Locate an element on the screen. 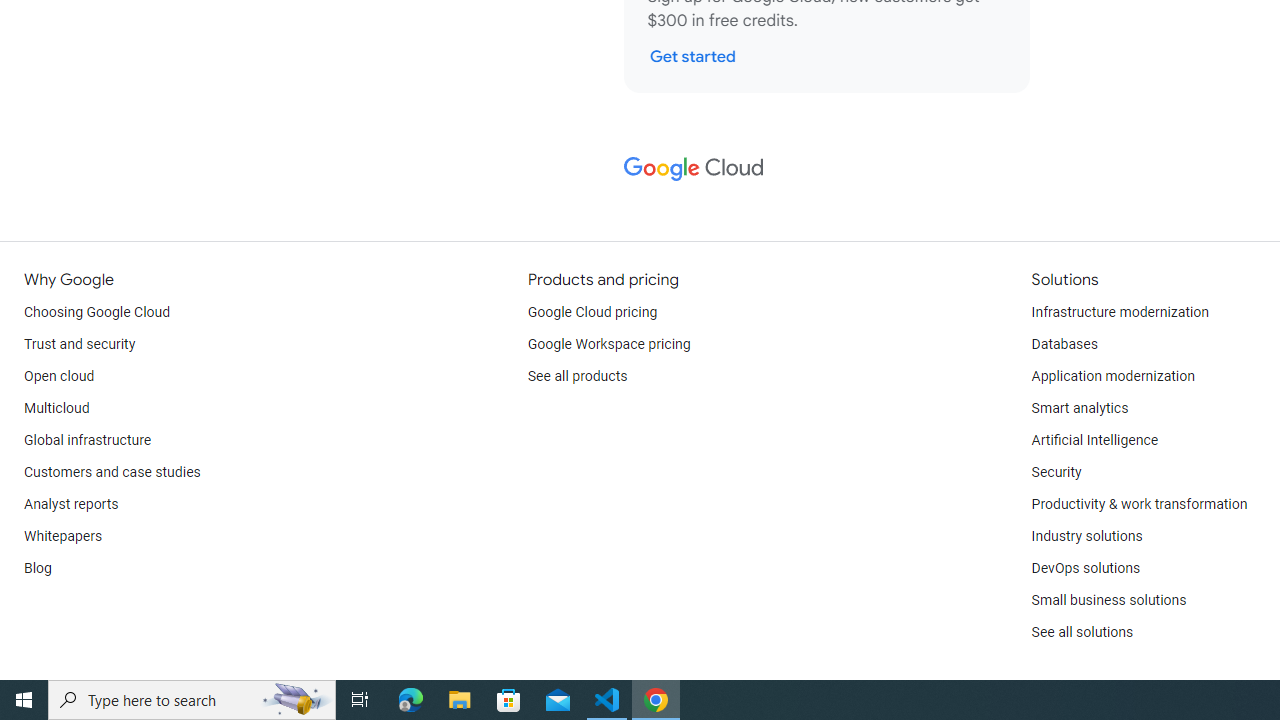  'Multicloud' is located at coordinates (56, 407).